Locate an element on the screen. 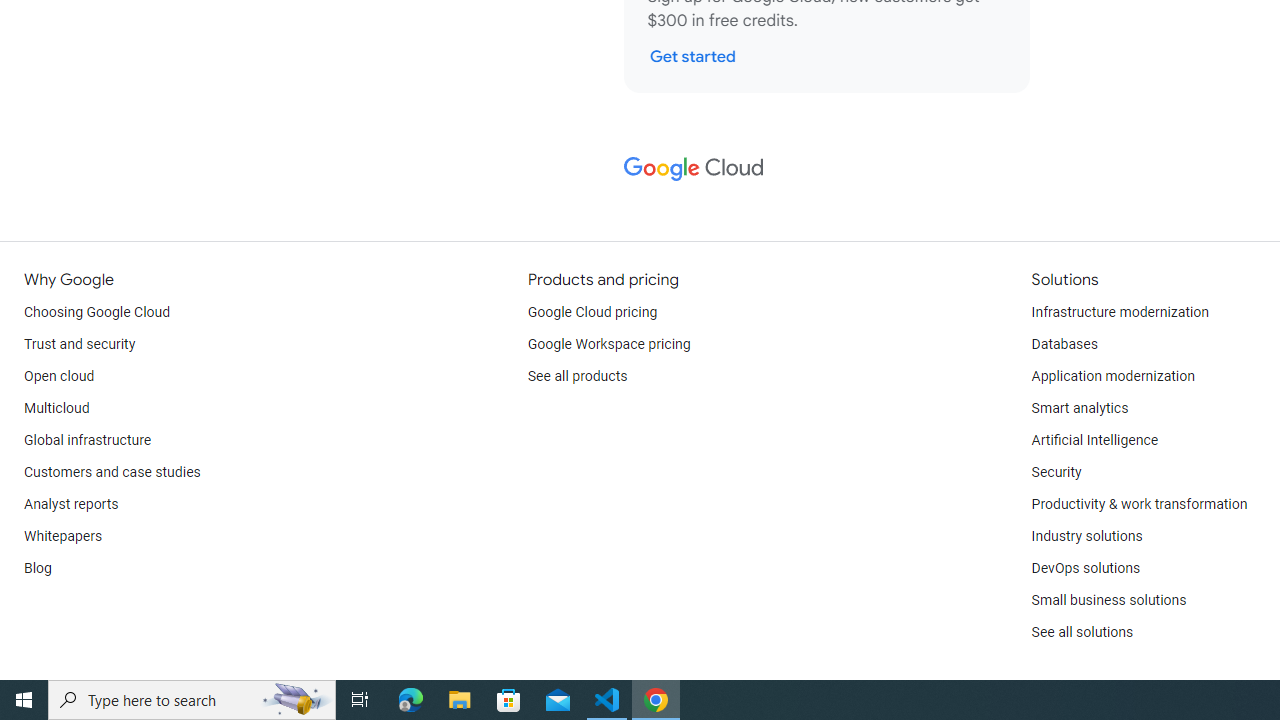  'Multicloud' is located at coordinates (56, 407).